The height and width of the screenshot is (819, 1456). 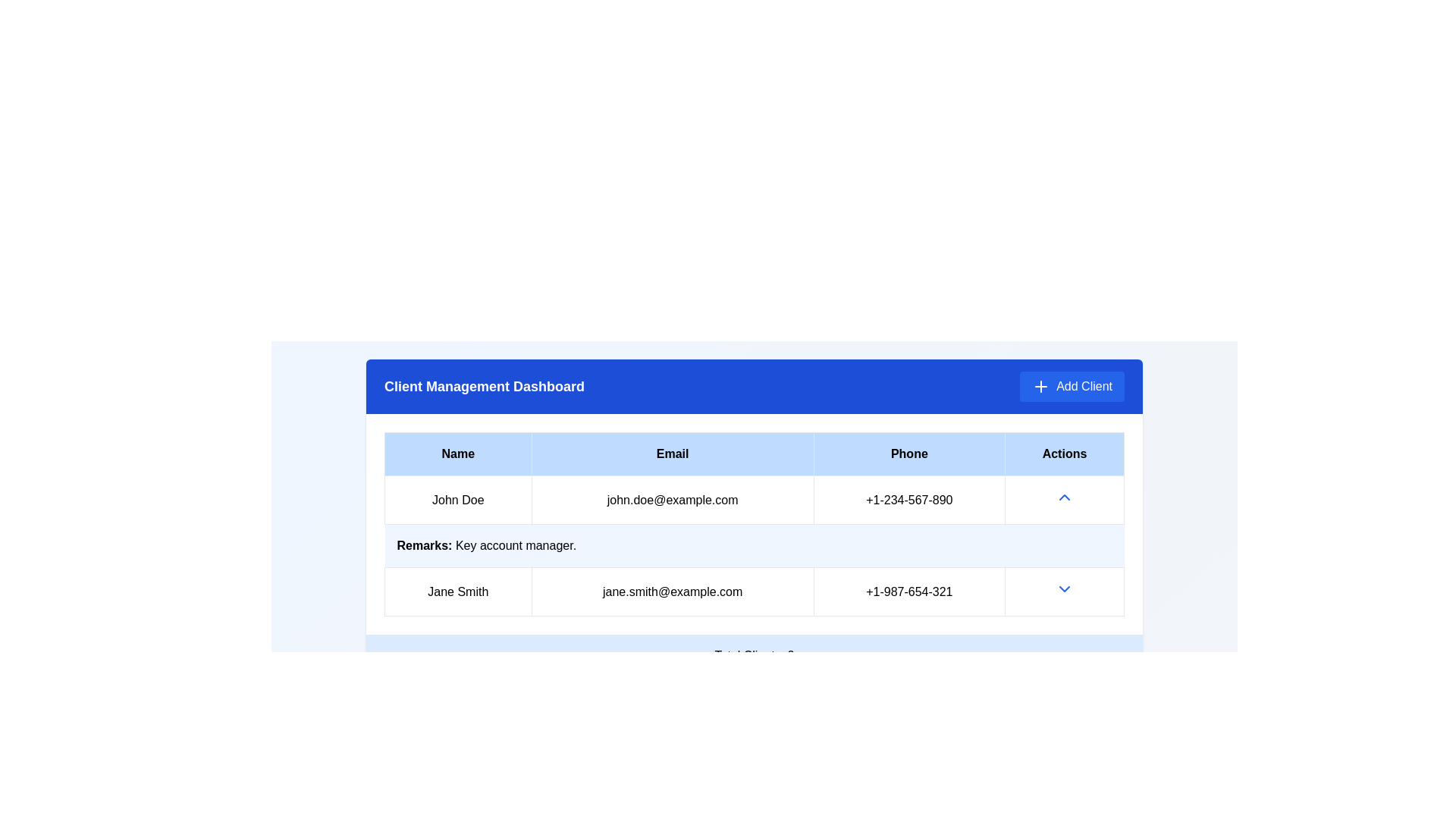 I want to click on the plus icon located to the left of the 'Add Client' text at the top right corner of the page, so click(x=1040, y=385).